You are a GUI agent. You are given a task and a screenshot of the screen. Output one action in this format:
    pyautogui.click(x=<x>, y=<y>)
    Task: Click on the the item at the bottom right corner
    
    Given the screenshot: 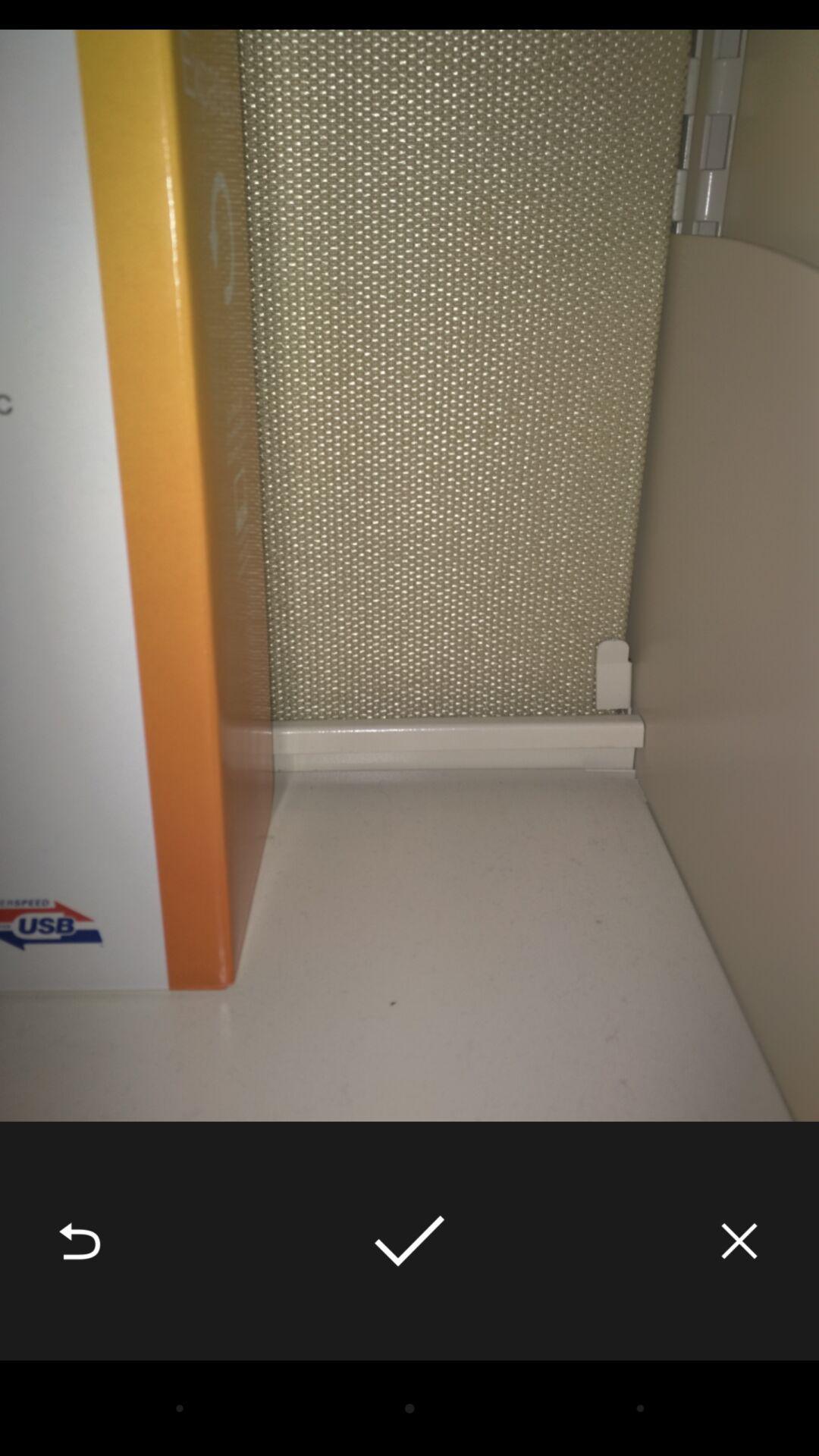 What is the action you would take?
    pyautogui.click(x=739, y=1241)
    